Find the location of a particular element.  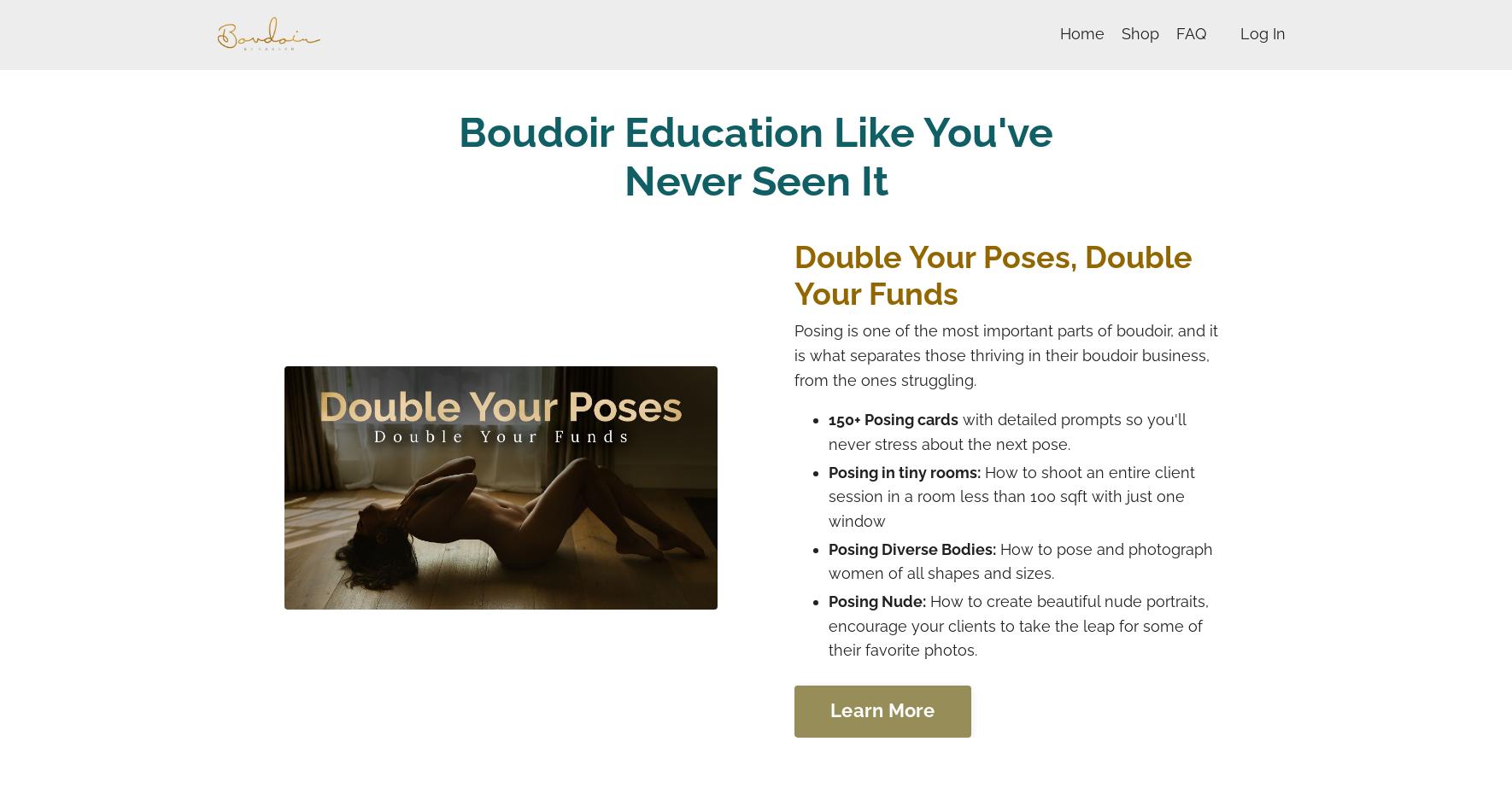

'Shop' is located at coordinates (1140, 32).